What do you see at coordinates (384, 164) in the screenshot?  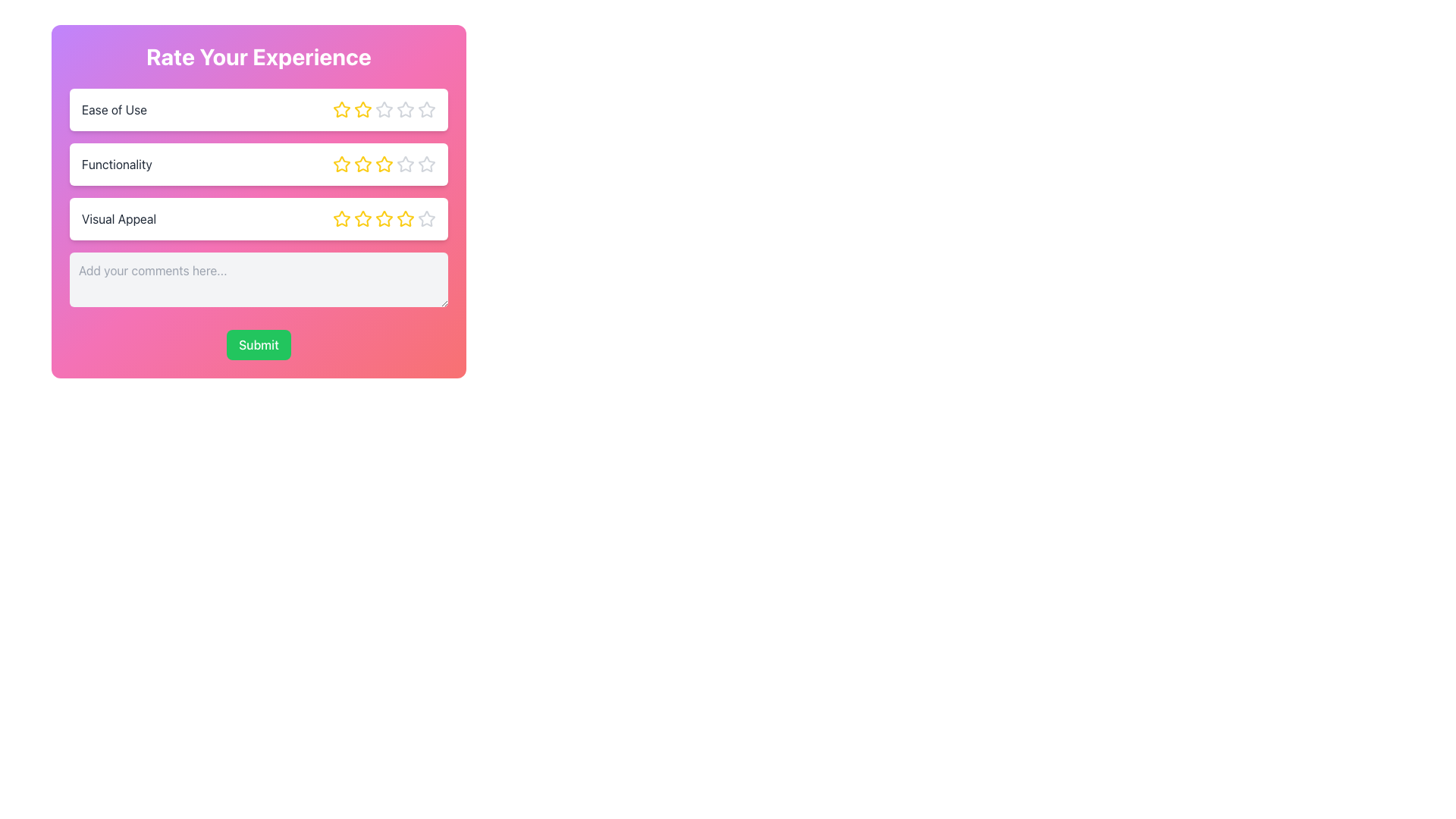 I see `the fourth yellow star icon in the 'Functionality' row of the 'Rate Your Experience' section` at bounding box center [384, 164].